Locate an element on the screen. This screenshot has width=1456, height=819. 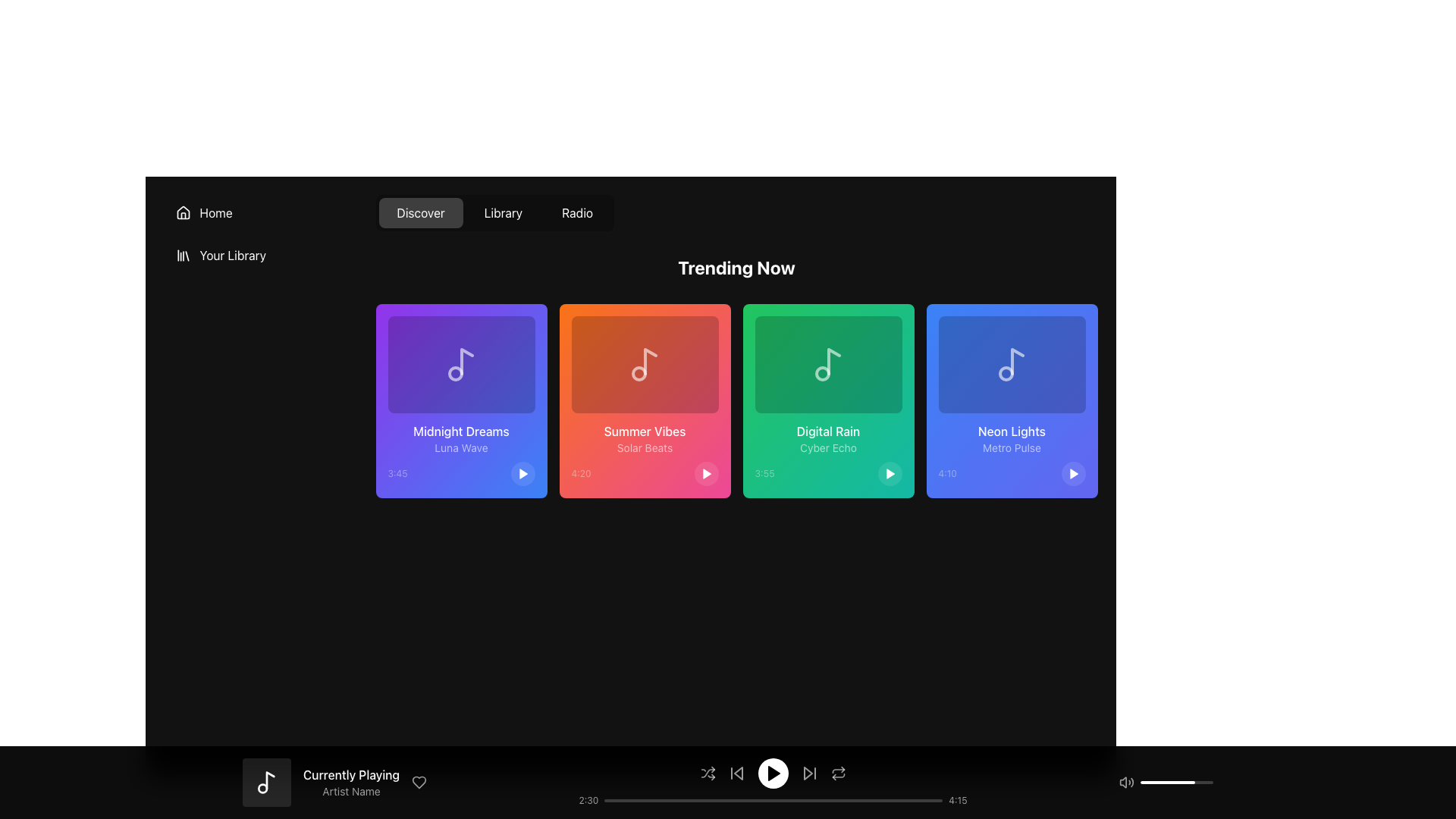
the slider value is located at coordinates (1181, 783).